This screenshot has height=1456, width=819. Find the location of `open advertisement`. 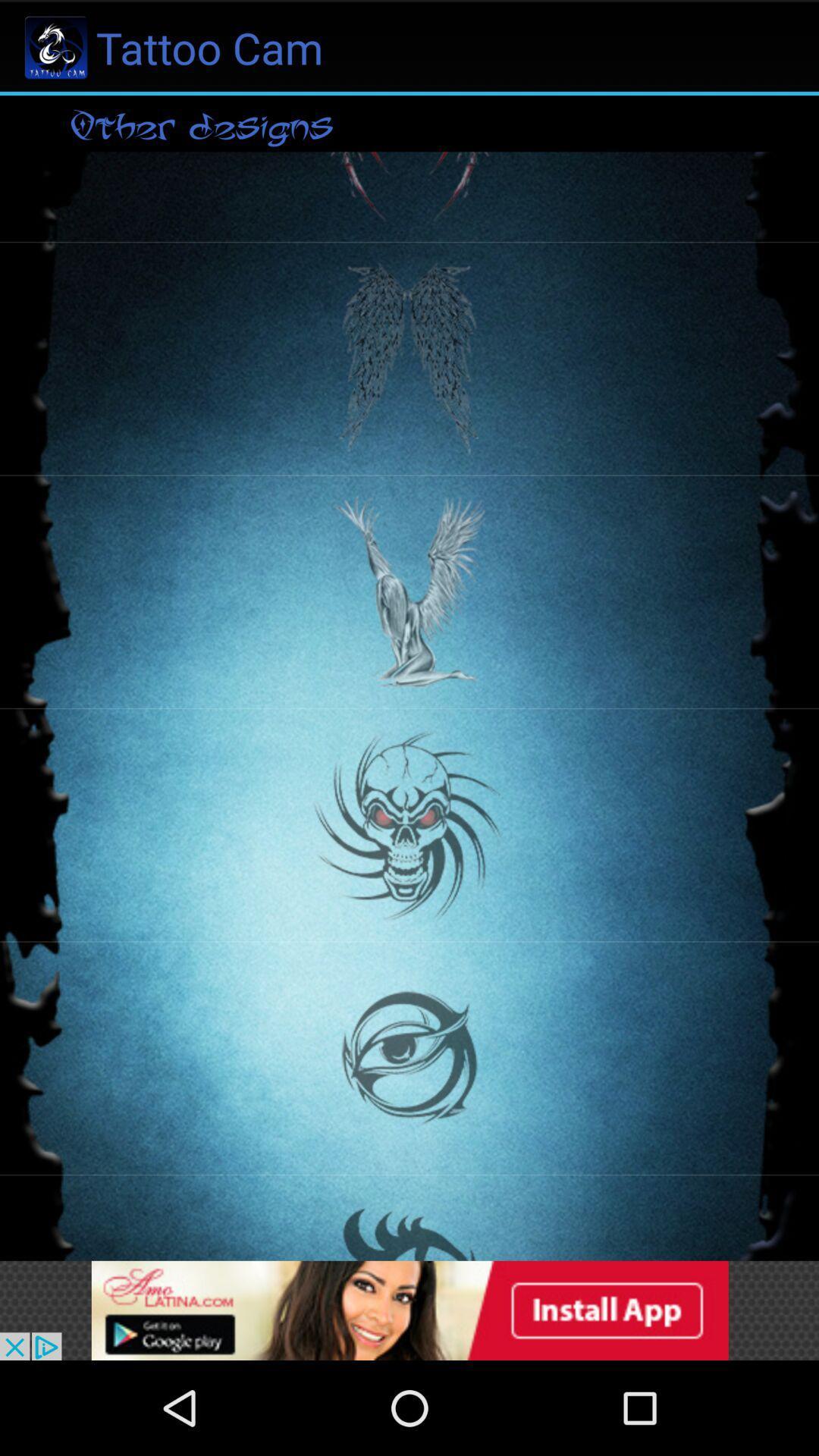

open advertisement is located at coordinates (409, 1310).